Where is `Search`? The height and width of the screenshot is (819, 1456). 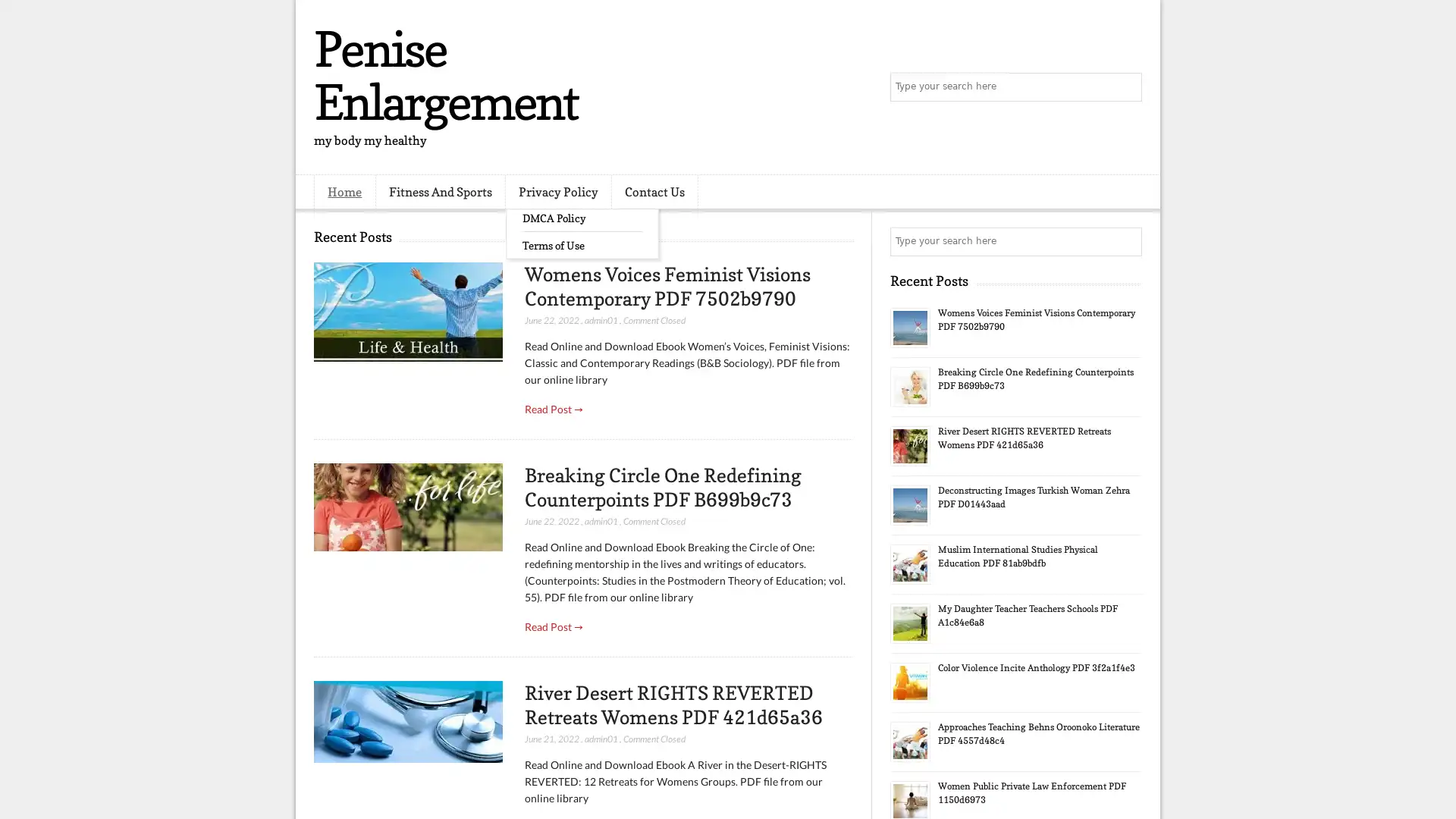
Search is located at coordinates (1126, 241).